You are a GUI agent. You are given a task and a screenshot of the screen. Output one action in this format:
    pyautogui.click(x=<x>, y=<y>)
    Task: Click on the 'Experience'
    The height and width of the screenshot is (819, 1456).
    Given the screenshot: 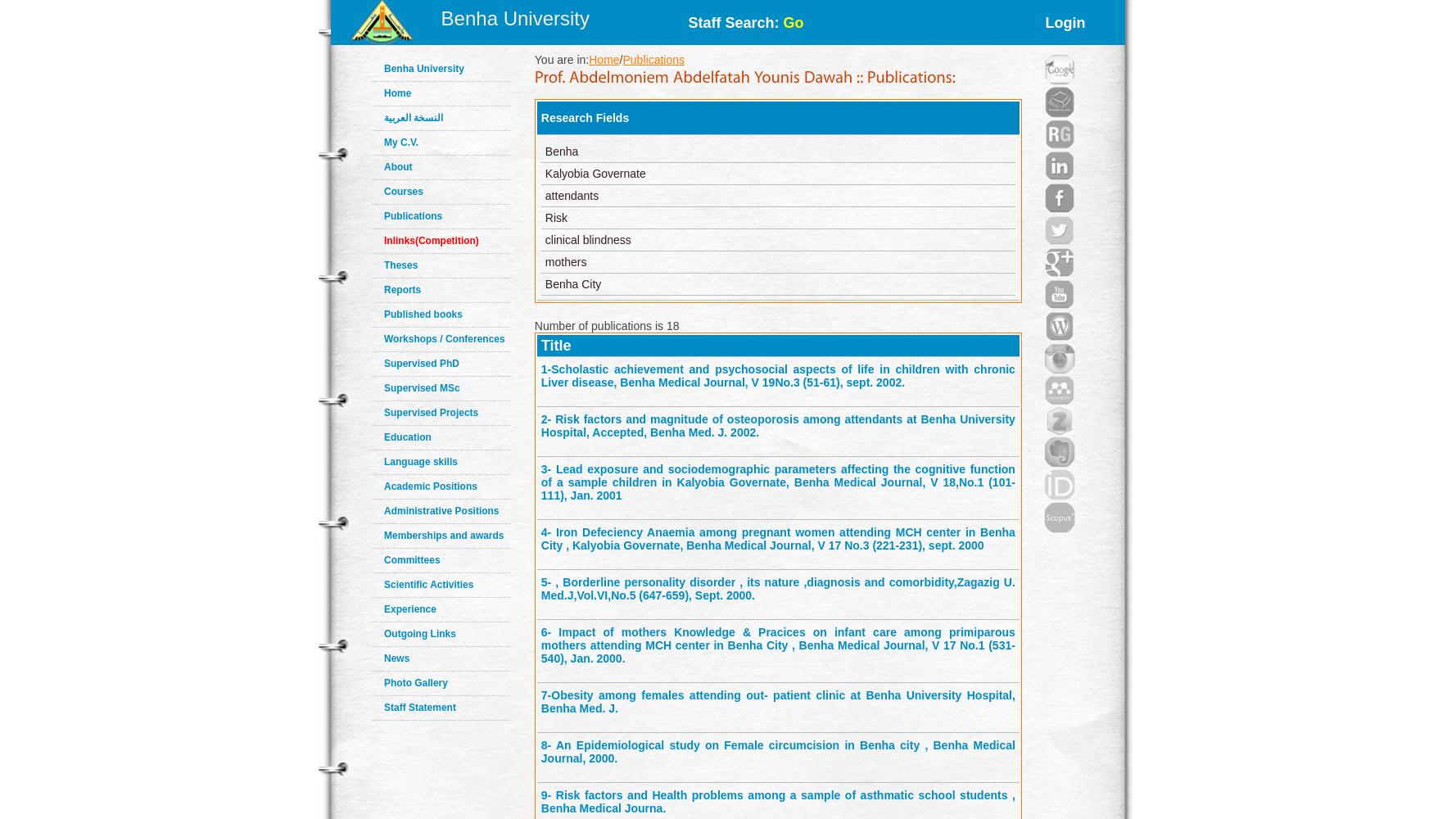 What is the action you would take?
    pyautogui.click(x=383, y=609)
    